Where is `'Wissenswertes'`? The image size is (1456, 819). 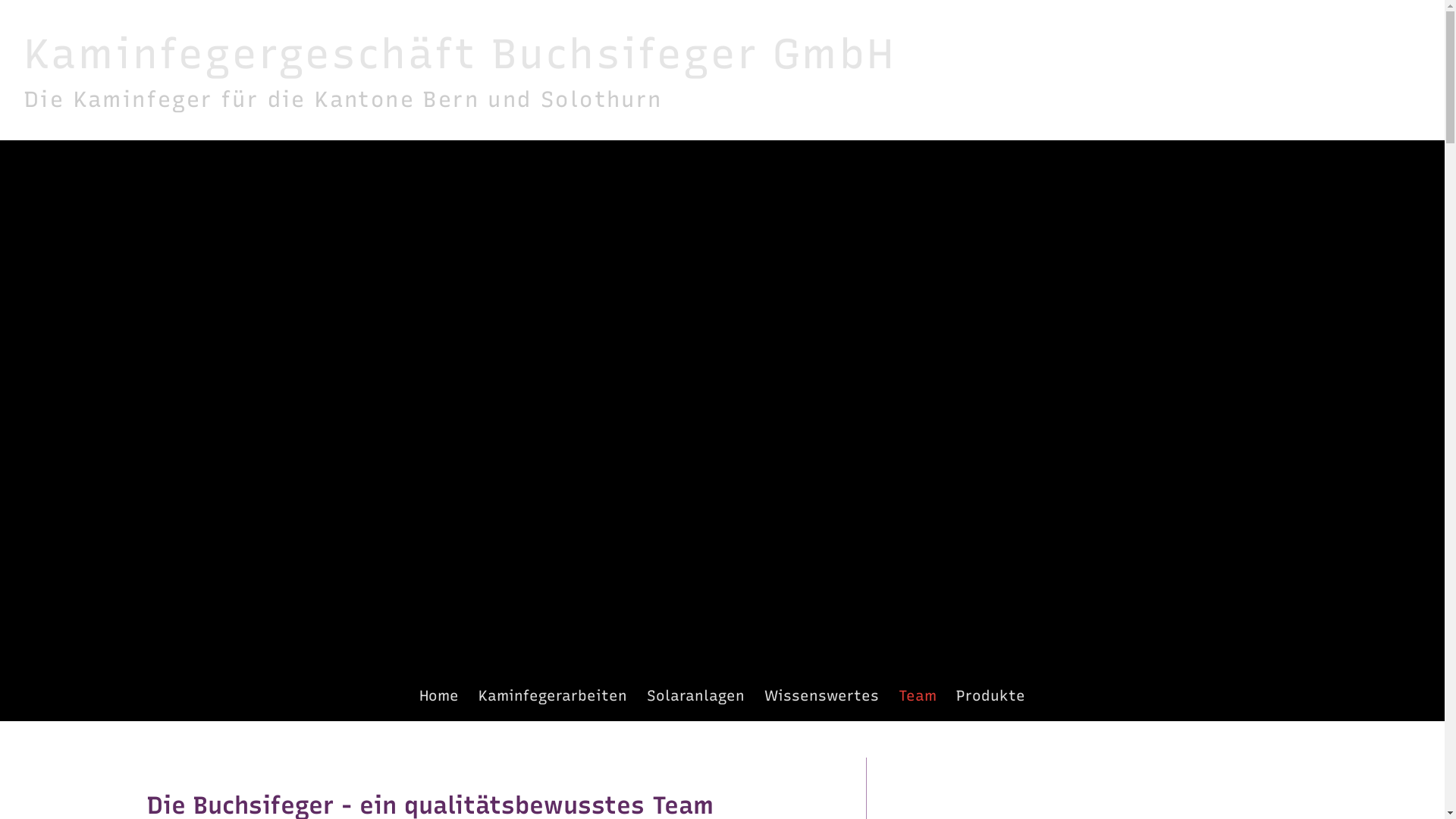 'Wissenswertes' is located at coordinates (821, 695).